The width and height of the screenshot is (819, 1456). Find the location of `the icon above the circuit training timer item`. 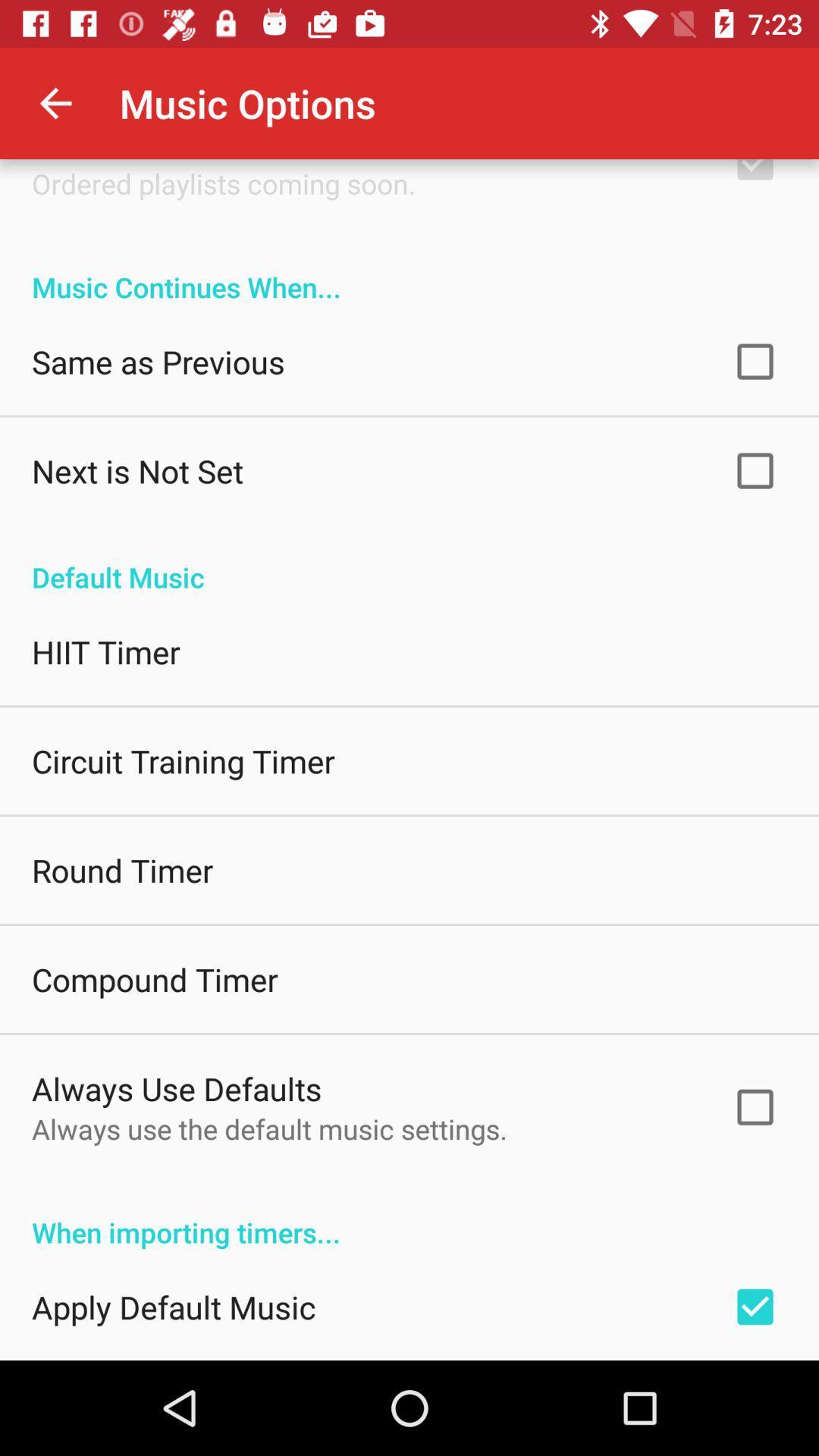

the icon above the circuit training timer item is located at coordinates (105, 651).